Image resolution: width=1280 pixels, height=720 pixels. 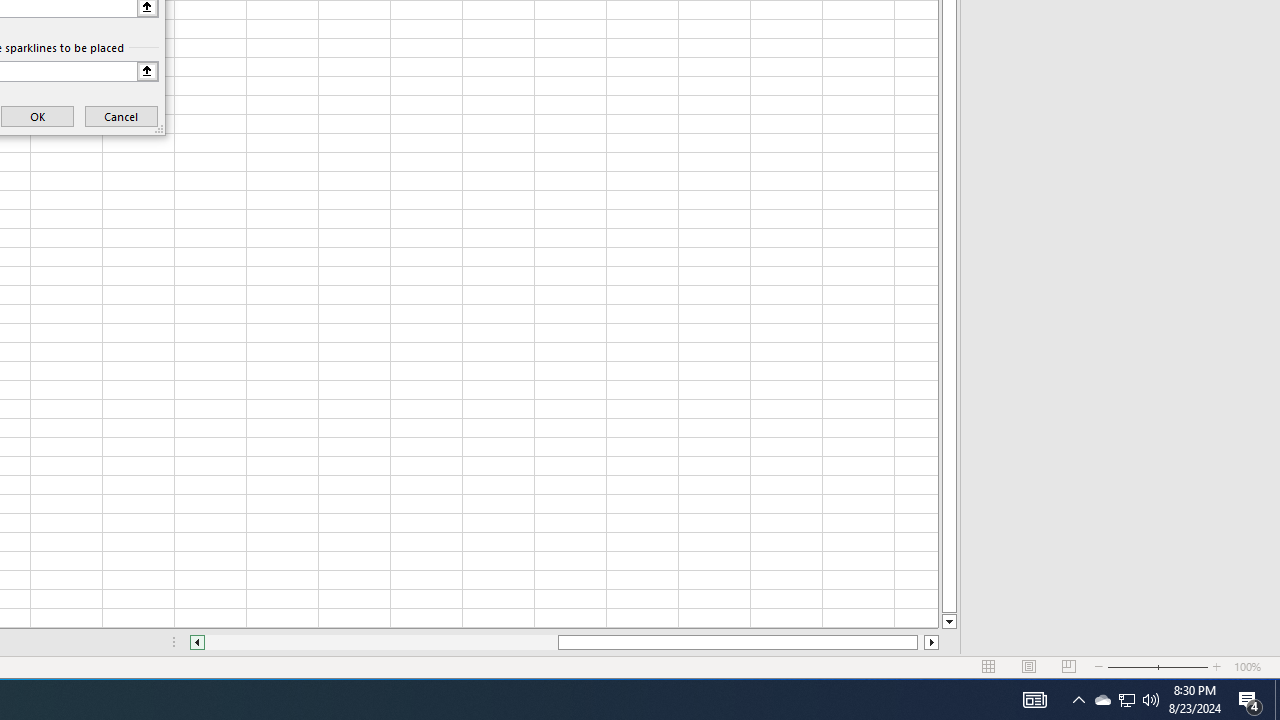 I want to click on 'Page Break Preview', so click(x=1068, y=667).